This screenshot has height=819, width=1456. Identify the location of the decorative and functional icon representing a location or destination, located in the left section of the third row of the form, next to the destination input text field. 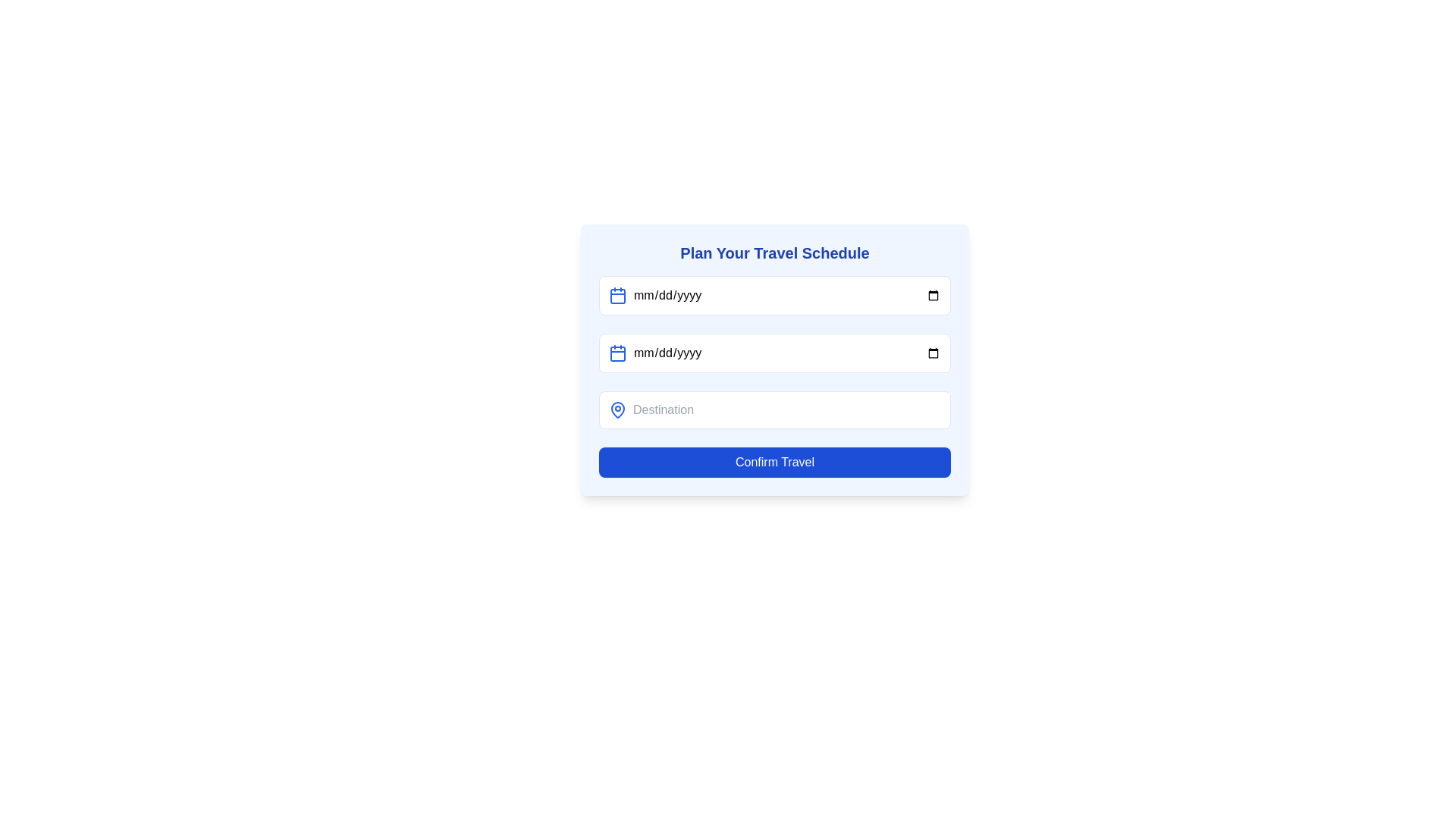
(618, 409).